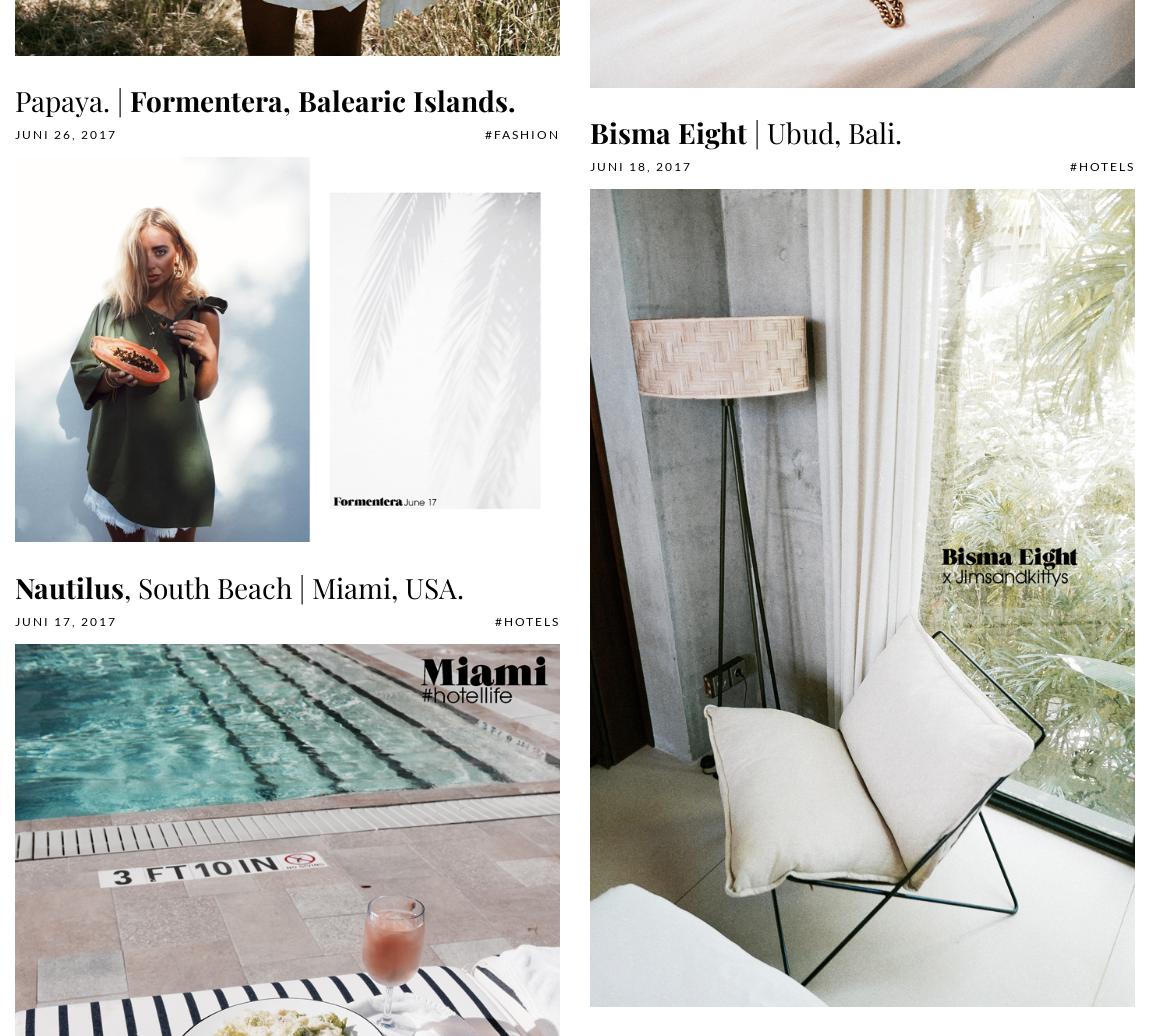  What do you see at coordinates (71, 100) in the screenshot?
I see `'Papaya. |'` at bounding box center [71, 100].